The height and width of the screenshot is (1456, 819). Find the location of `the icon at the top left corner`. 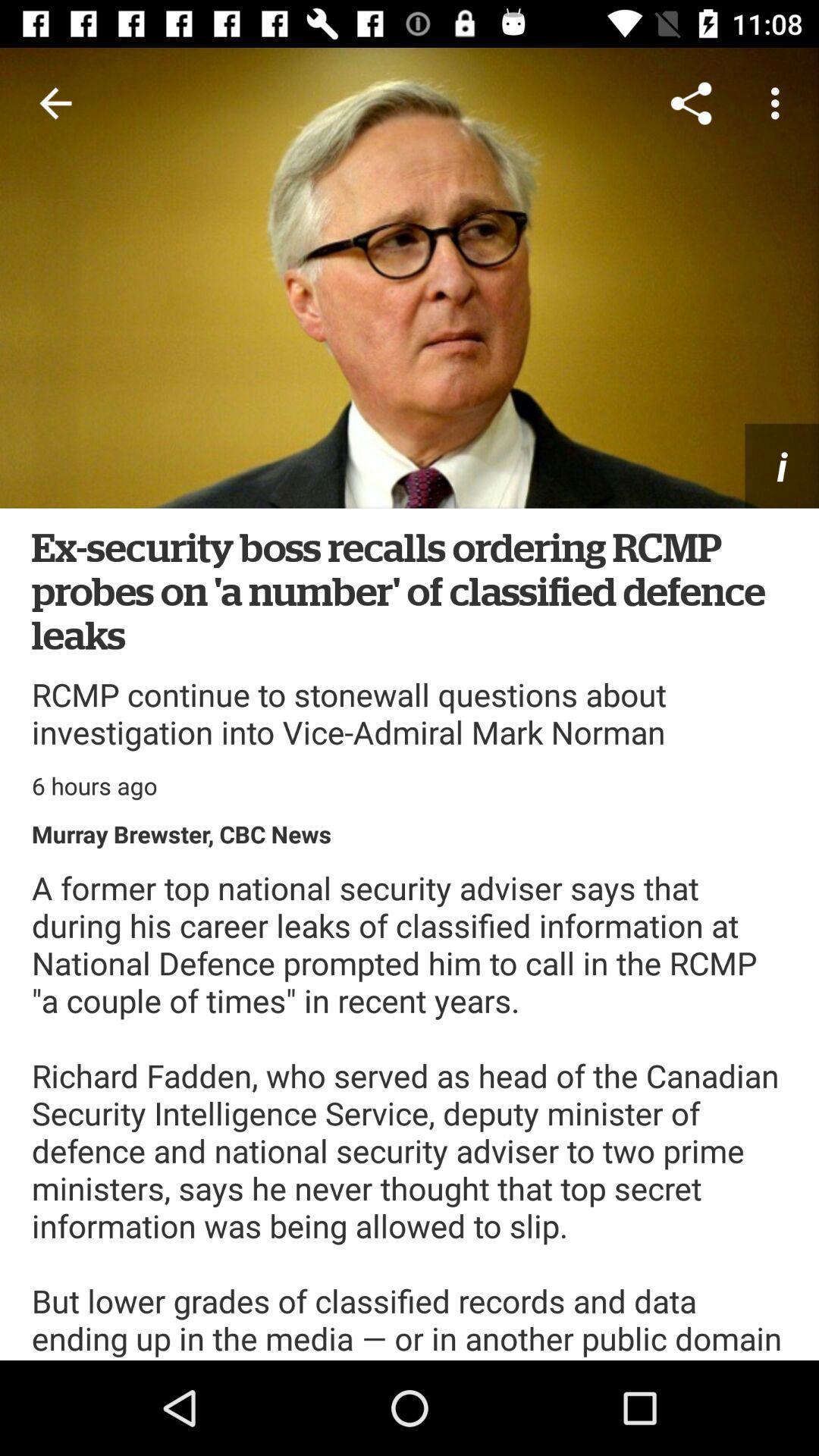

the icon at the top left corner is located at coordinates (55, 102).